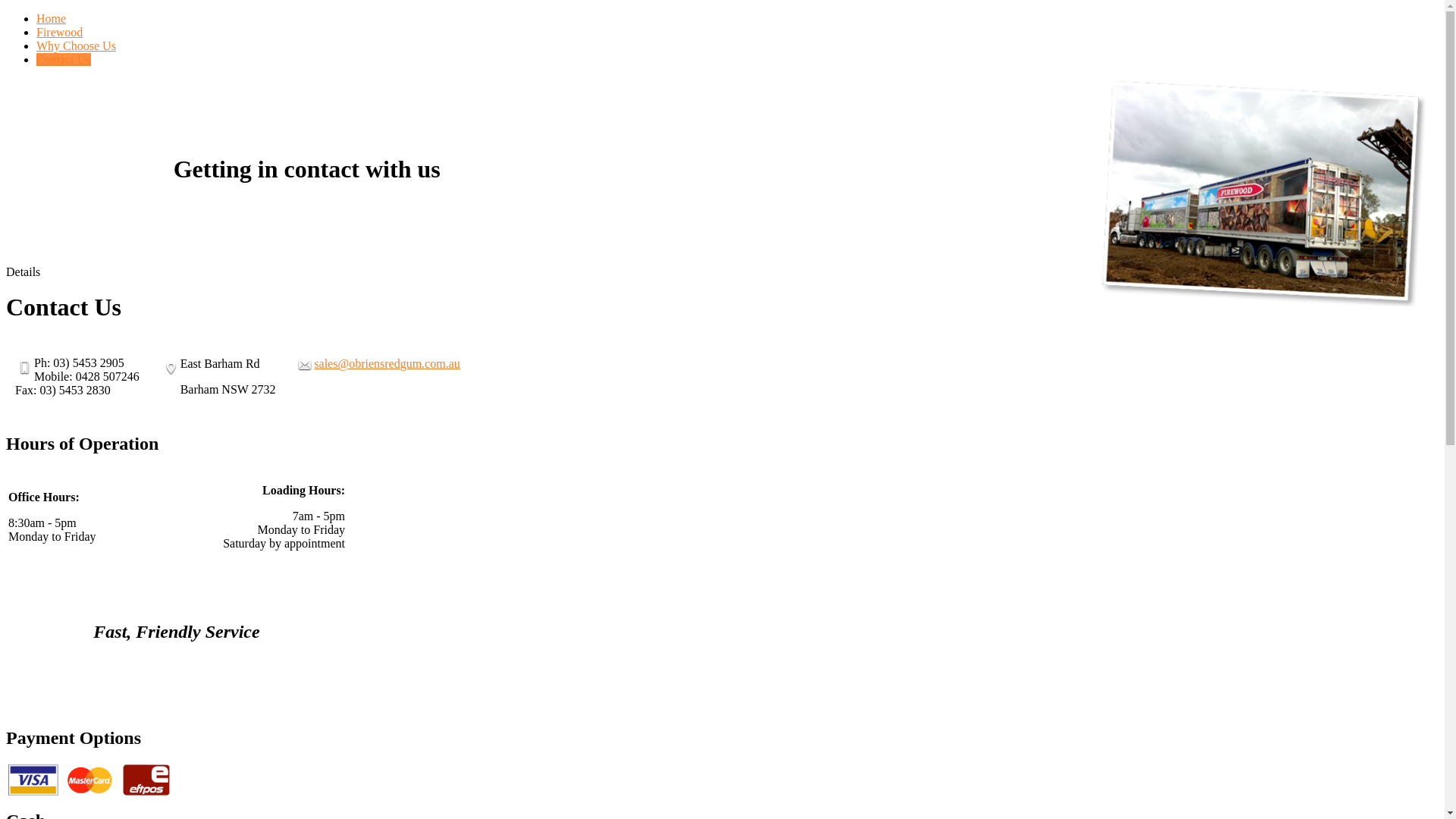 Image resolution: width=1456 pixels, height=819 pixels. What do you see at coordinates (36, 45) in the screenshot?
I see `'Why Choose Us'` at bounding box center [36, 45].